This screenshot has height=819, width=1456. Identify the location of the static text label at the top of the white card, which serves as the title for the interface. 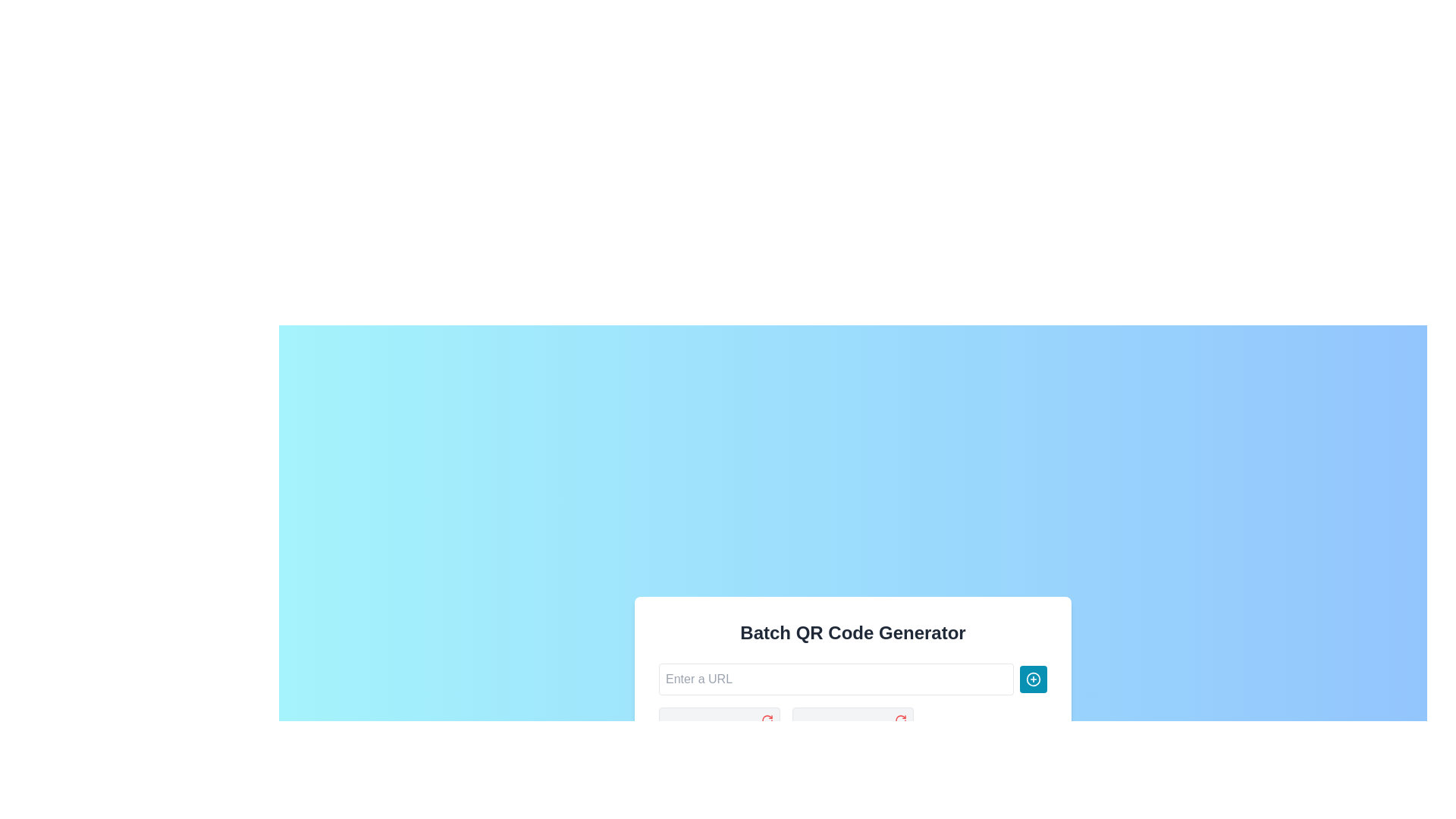
(852, 632).